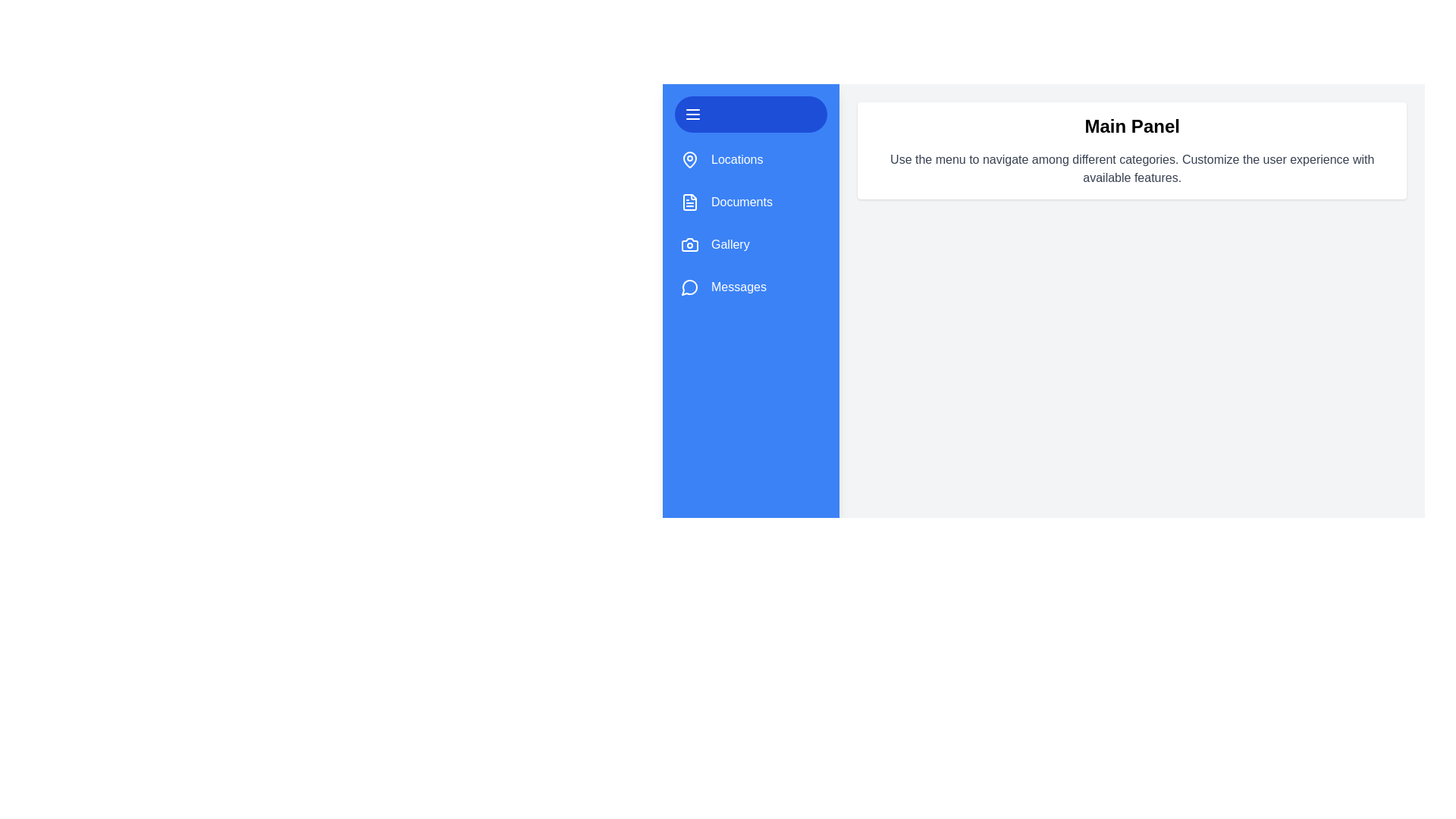 The image size is (1456, 819). Describe the element at coordinates (712, 287) in the screenshot. I see `the category item Messages to visually interact with it` at that location.